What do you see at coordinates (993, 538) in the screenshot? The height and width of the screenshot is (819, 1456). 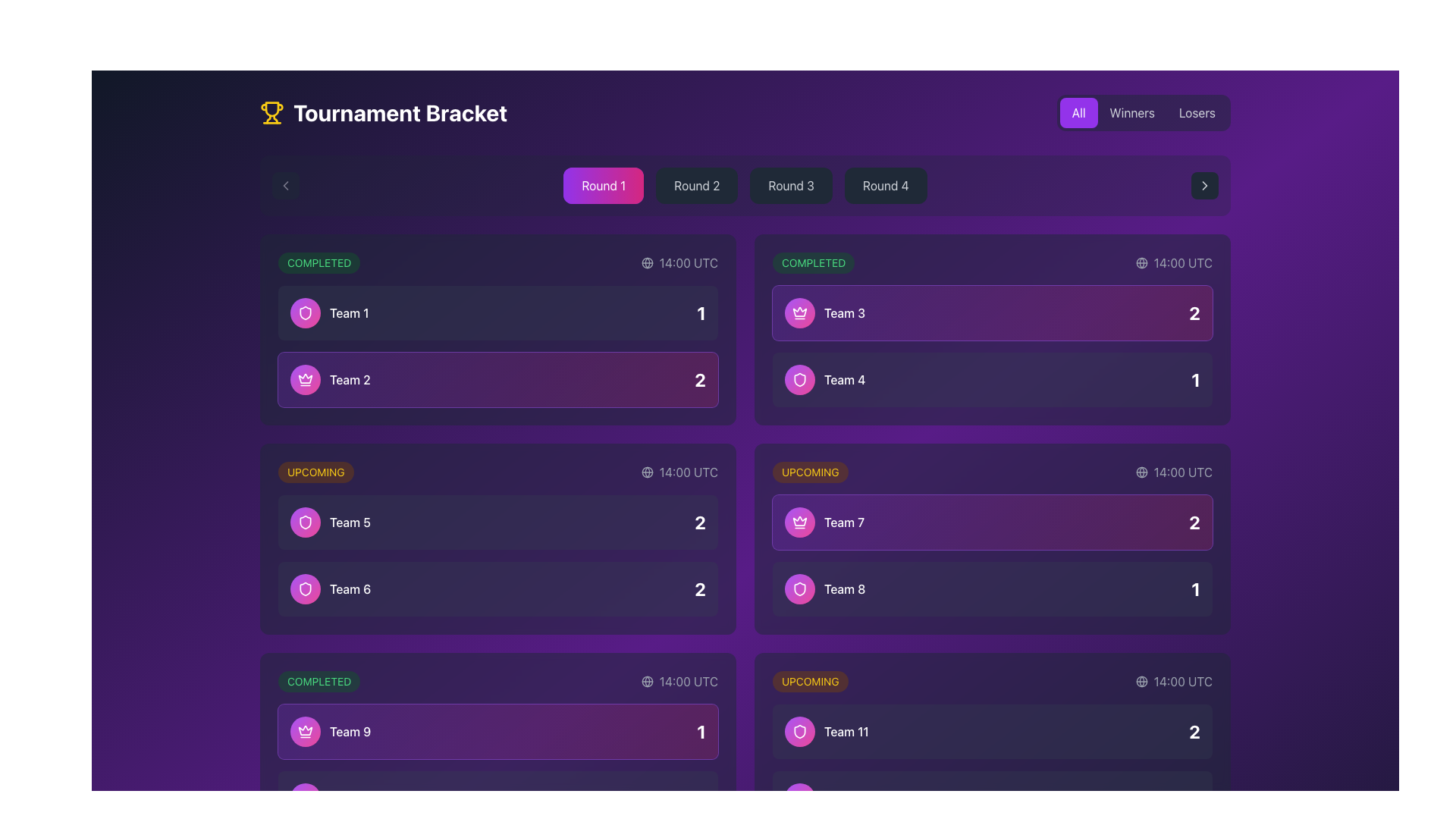 I see `the time displayed on the interactive information card in the second row of the 'Upcoming' section` at bounding box center [993, 538].